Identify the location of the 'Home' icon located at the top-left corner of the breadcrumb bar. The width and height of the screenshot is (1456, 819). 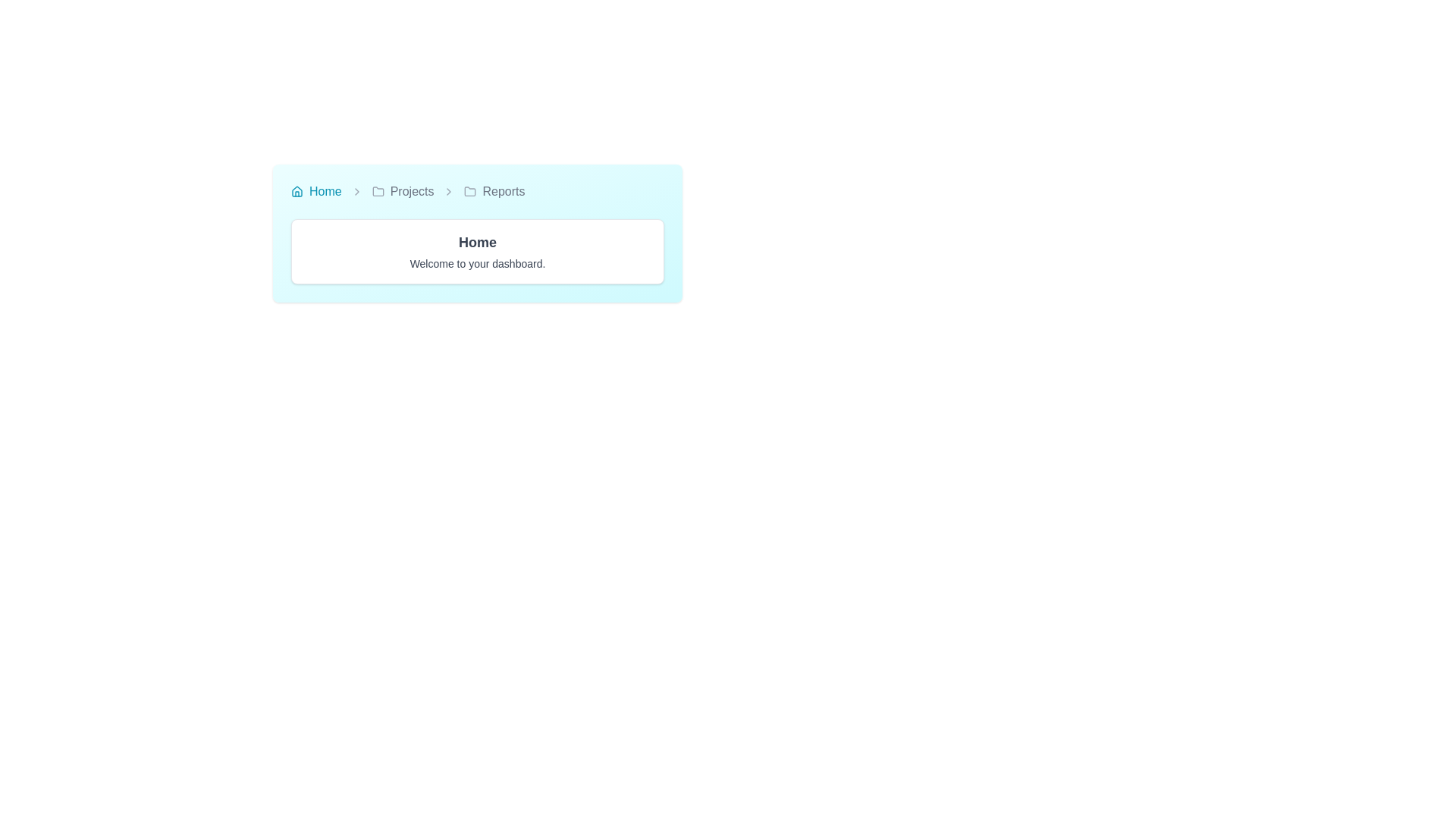
(297, 191).